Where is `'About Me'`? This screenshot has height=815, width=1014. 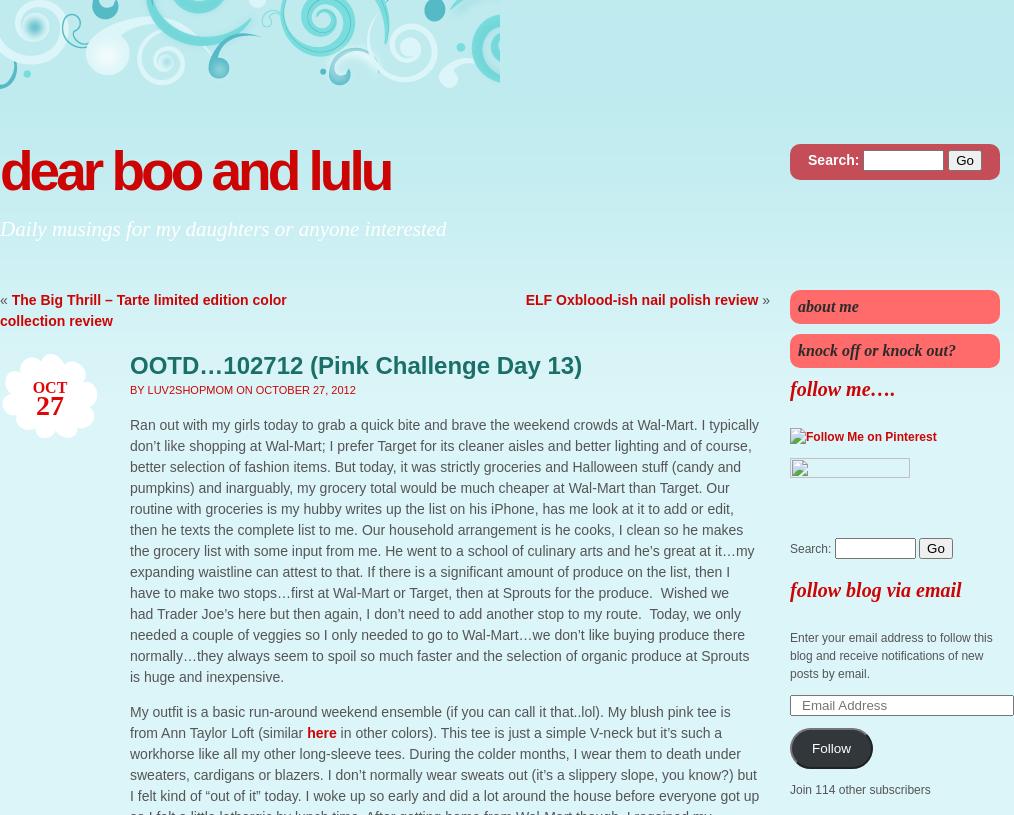 'About Me' is located at coordinates (798, 305).